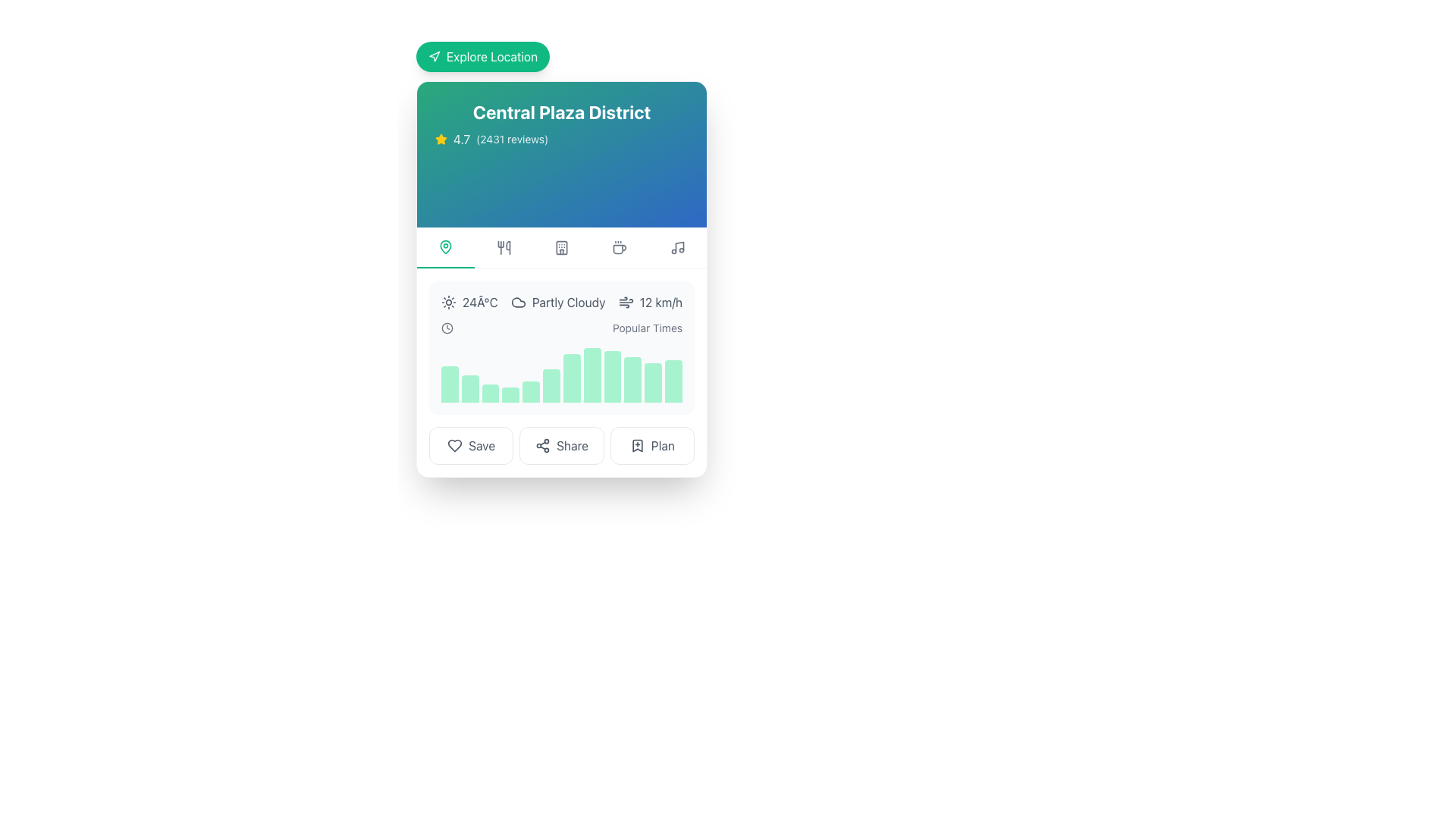  Describe the element at coordinates (560, 111) in the screenshot. I see `the text label that reads 'Central Plaza District', which is prominently styled in a large white font against a gradient background, located at the top of the card interface under the 'Explore Location' button` at that location.